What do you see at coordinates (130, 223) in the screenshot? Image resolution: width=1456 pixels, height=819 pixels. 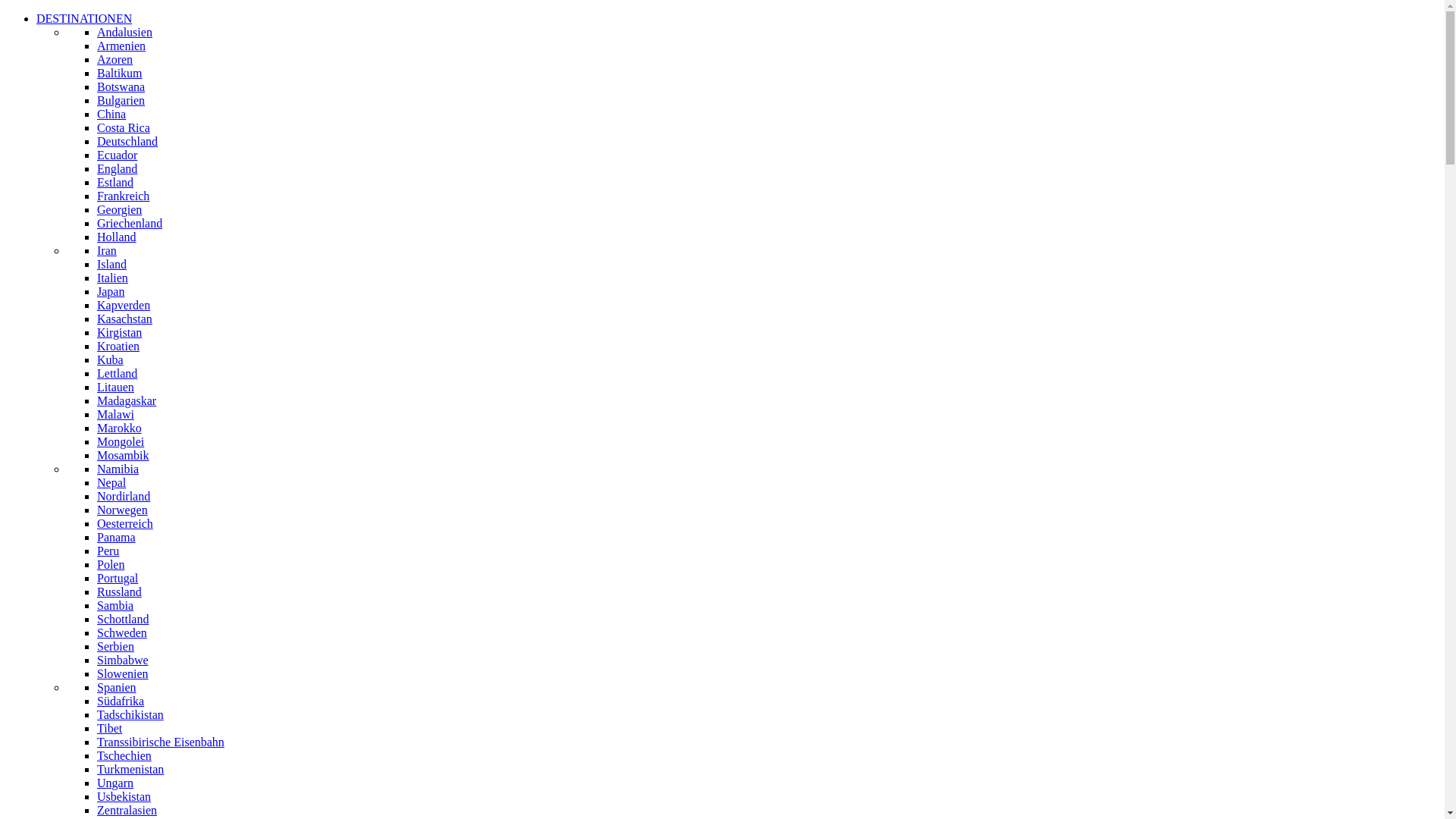 I see `'Griechenland'` at bounding box center [130, 223].